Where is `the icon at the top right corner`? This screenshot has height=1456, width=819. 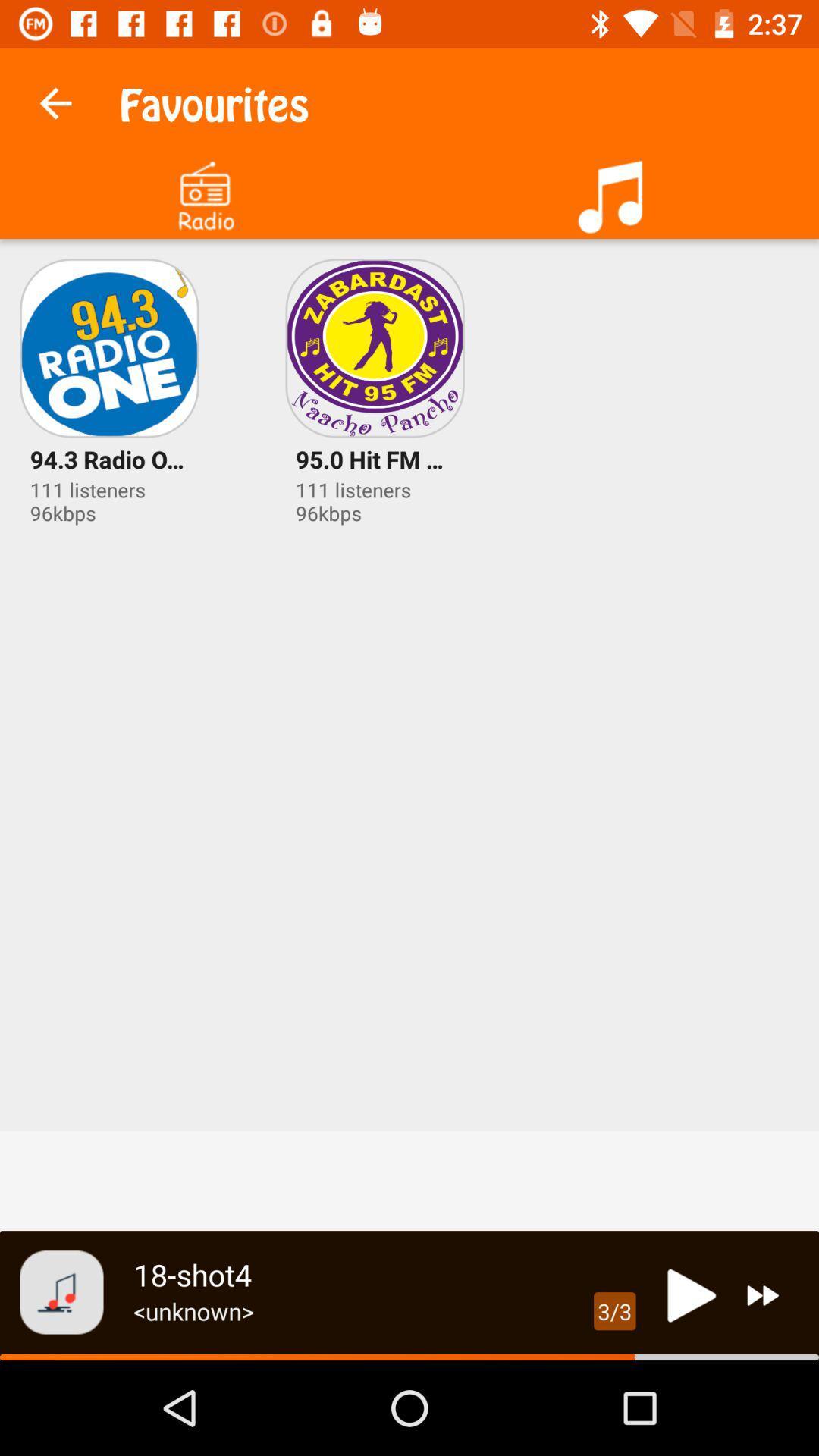
the icon at the top right corner is located at coordinates (614, 190).